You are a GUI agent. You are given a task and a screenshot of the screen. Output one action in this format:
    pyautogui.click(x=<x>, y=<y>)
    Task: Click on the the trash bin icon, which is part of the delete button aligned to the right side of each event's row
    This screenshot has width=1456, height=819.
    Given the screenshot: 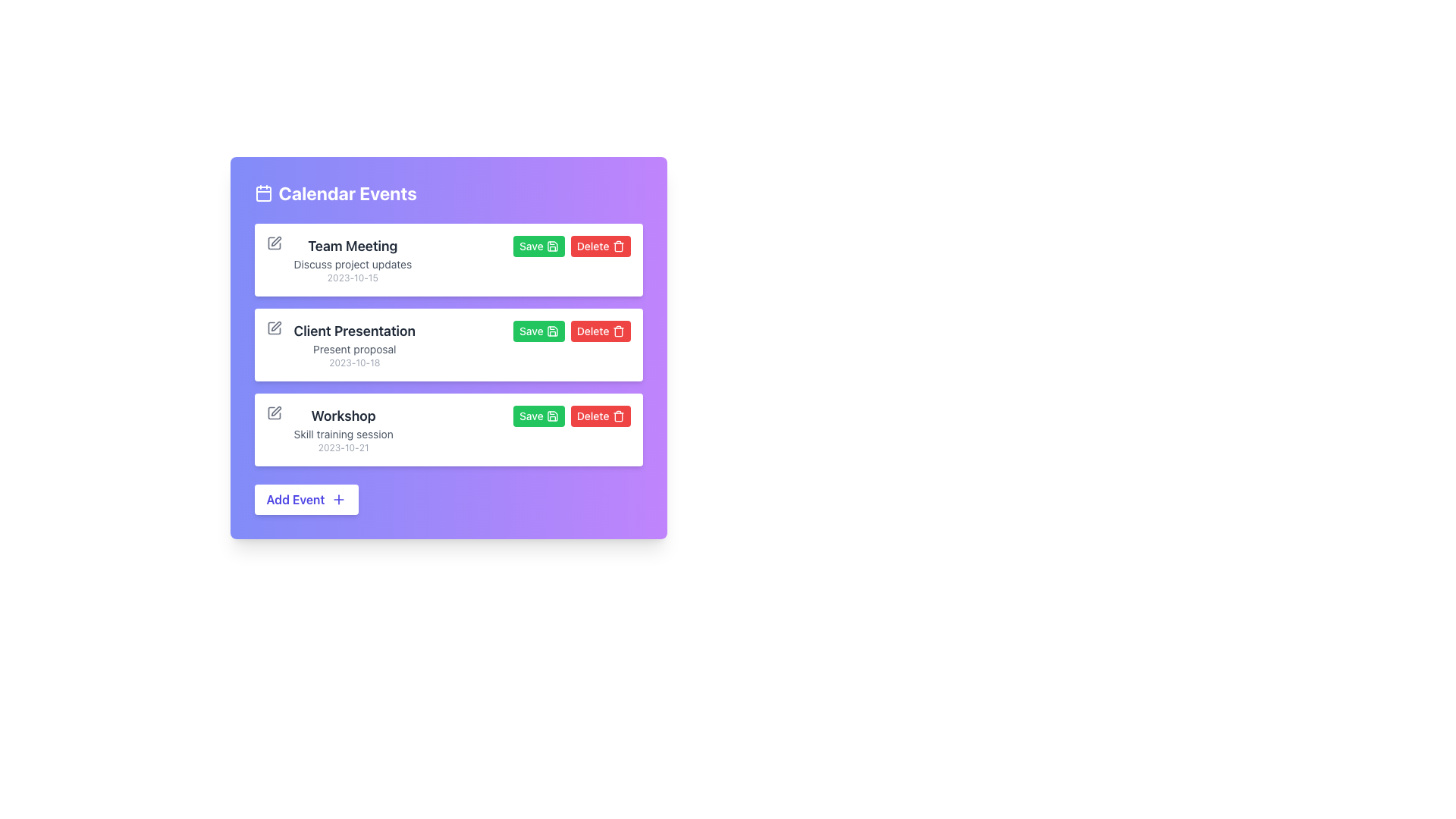 What is the action you would take?
    pyautogui.click(x=618, y=331)
    